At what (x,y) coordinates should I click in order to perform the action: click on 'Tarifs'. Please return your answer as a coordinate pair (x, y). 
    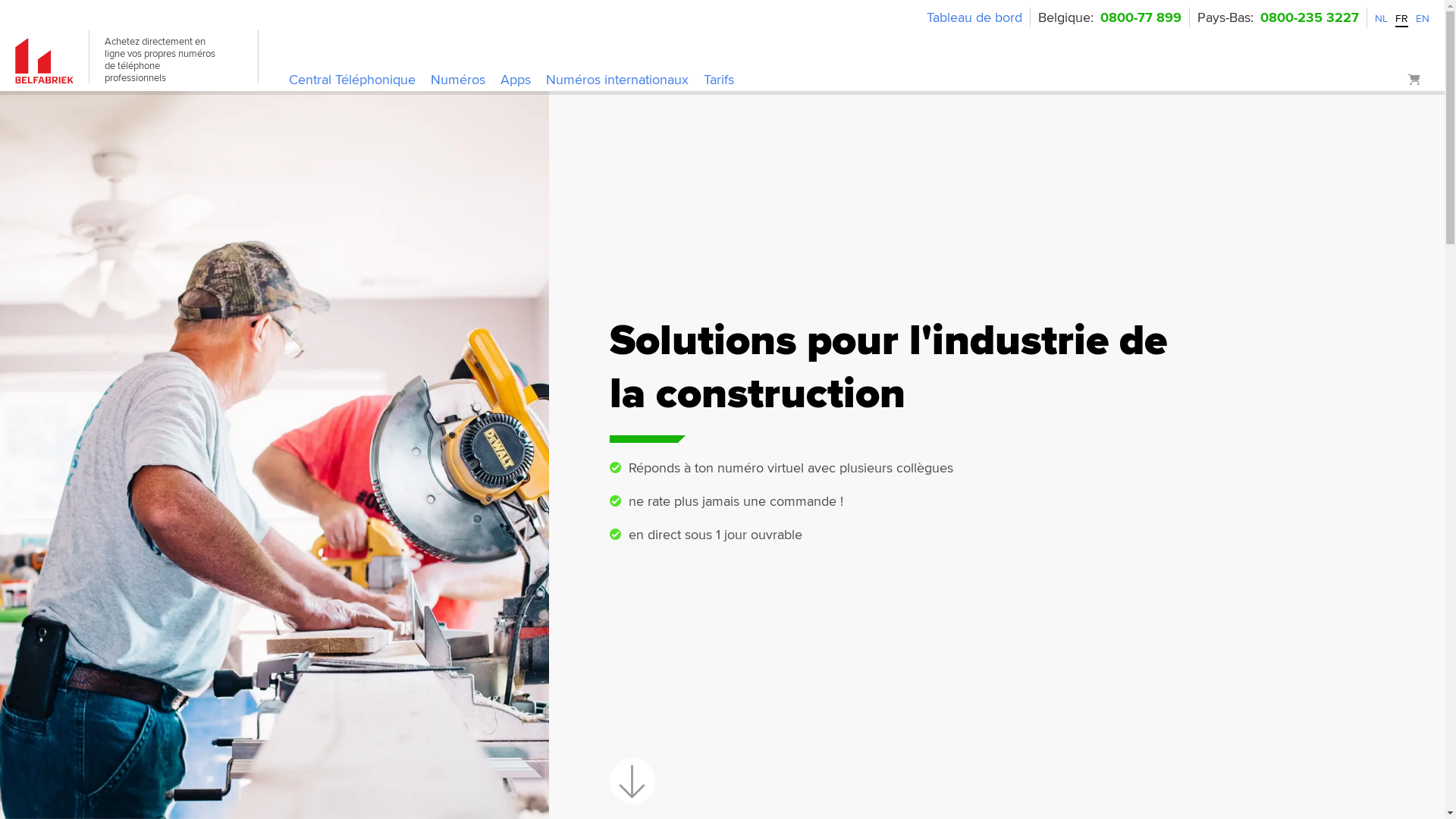
    Looking at the image, I should click on (718, 80).